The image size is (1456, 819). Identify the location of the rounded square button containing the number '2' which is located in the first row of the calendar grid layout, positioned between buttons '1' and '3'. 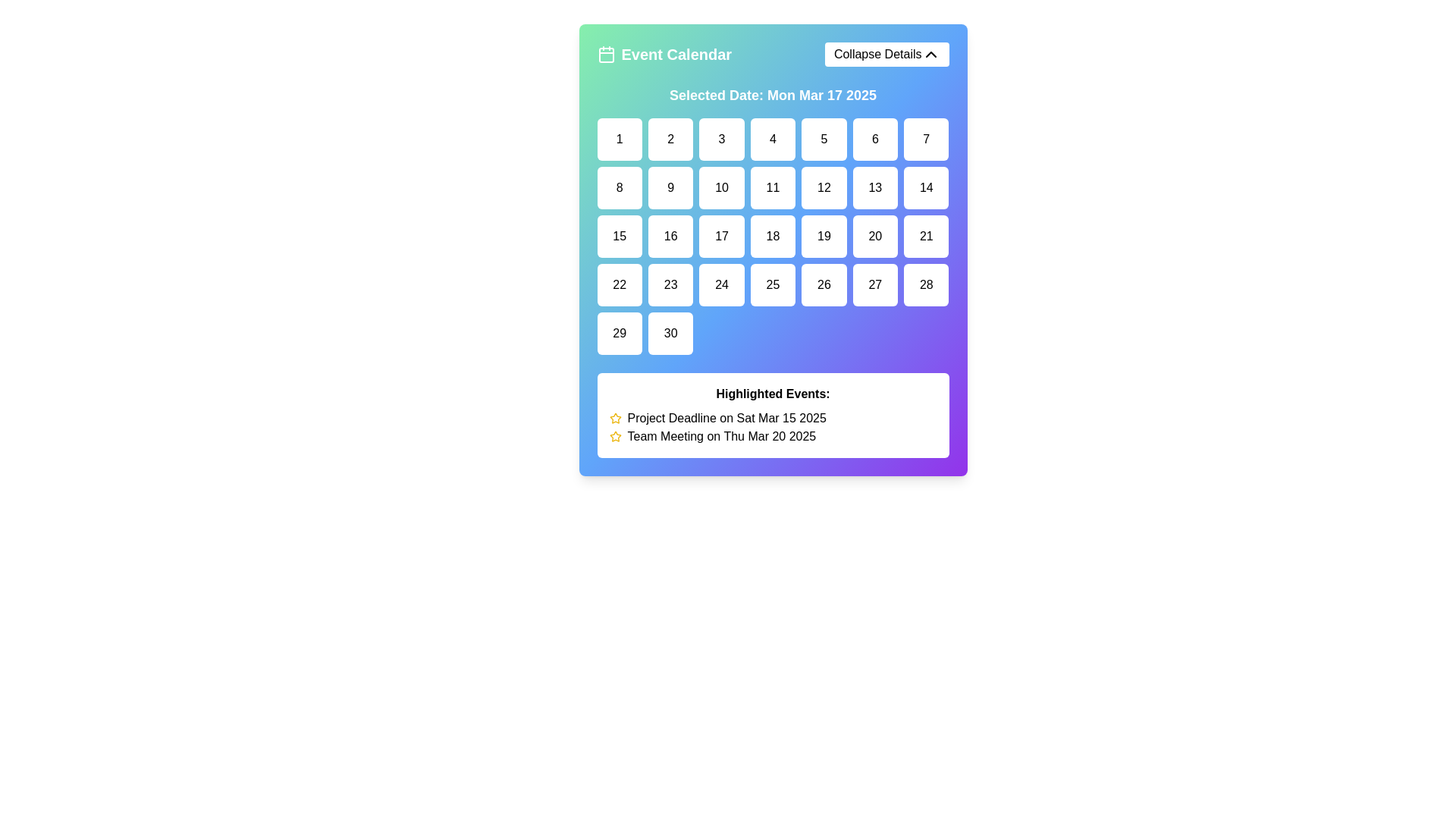
(670, 140).